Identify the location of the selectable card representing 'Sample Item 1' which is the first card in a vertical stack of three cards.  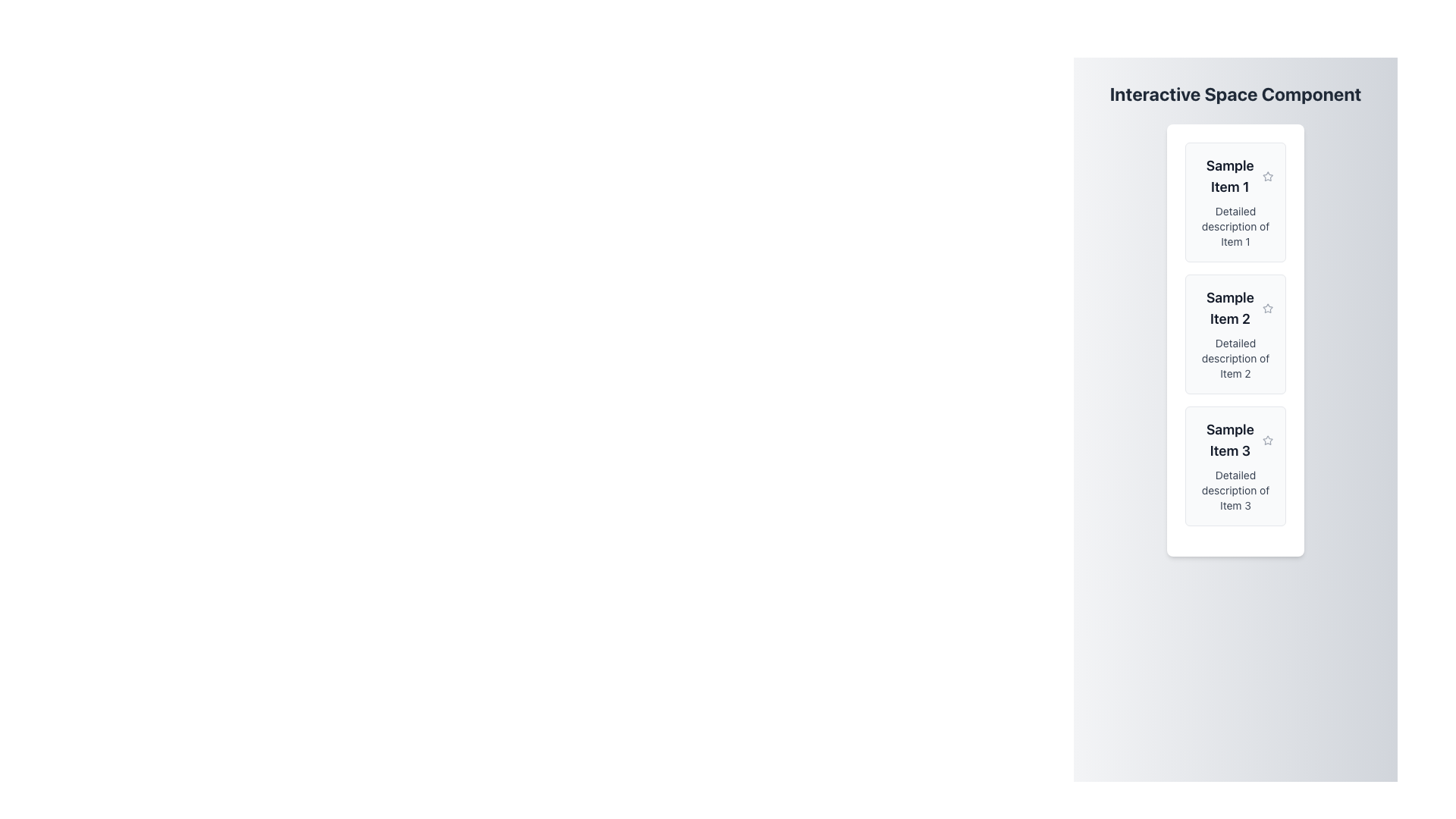
(1235, 201).